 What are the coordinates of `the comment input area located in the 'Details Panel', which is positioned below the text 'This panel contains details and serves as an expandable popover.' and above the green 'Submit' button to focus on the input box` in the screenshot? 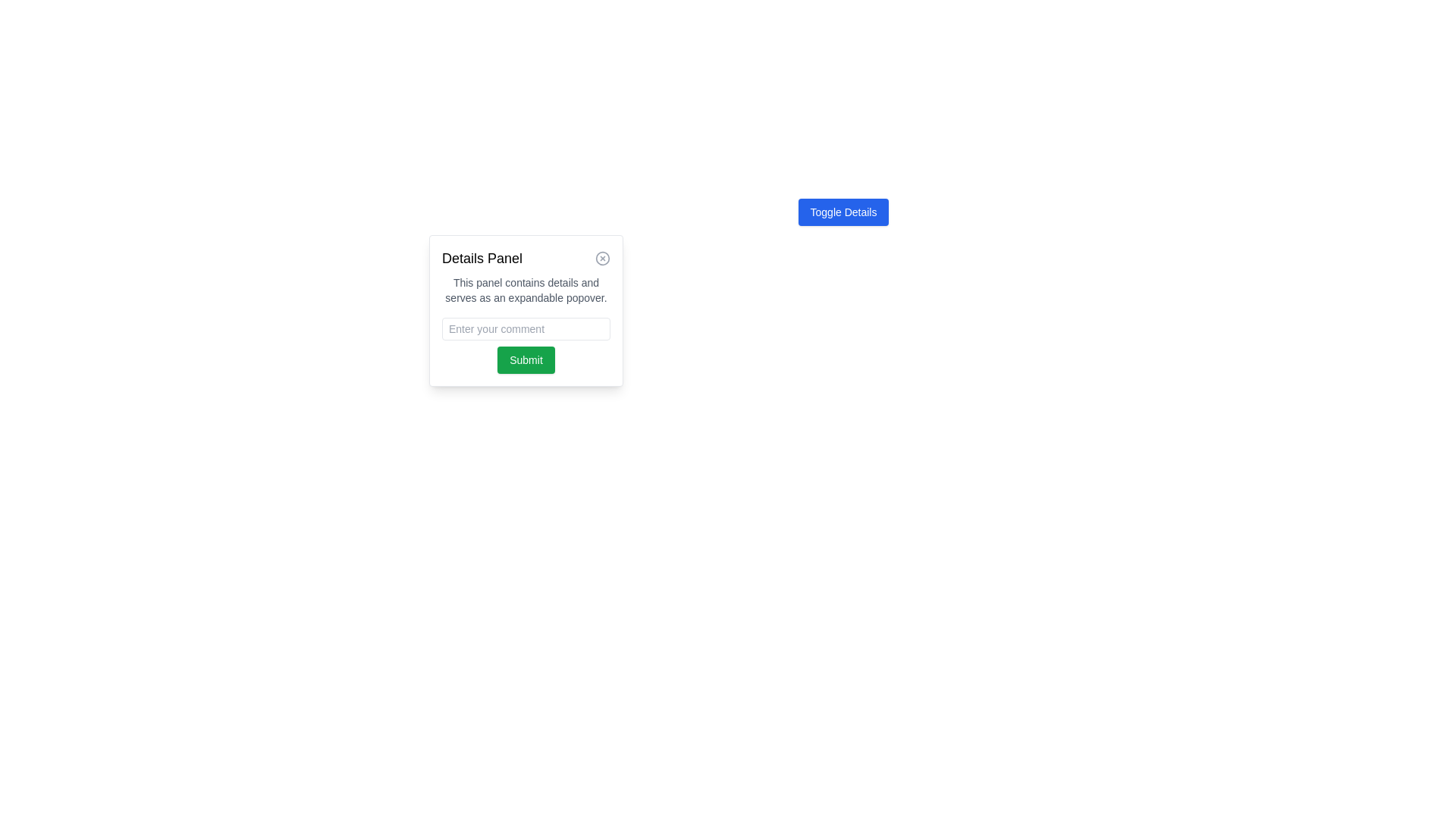 It's located at (526, 328).